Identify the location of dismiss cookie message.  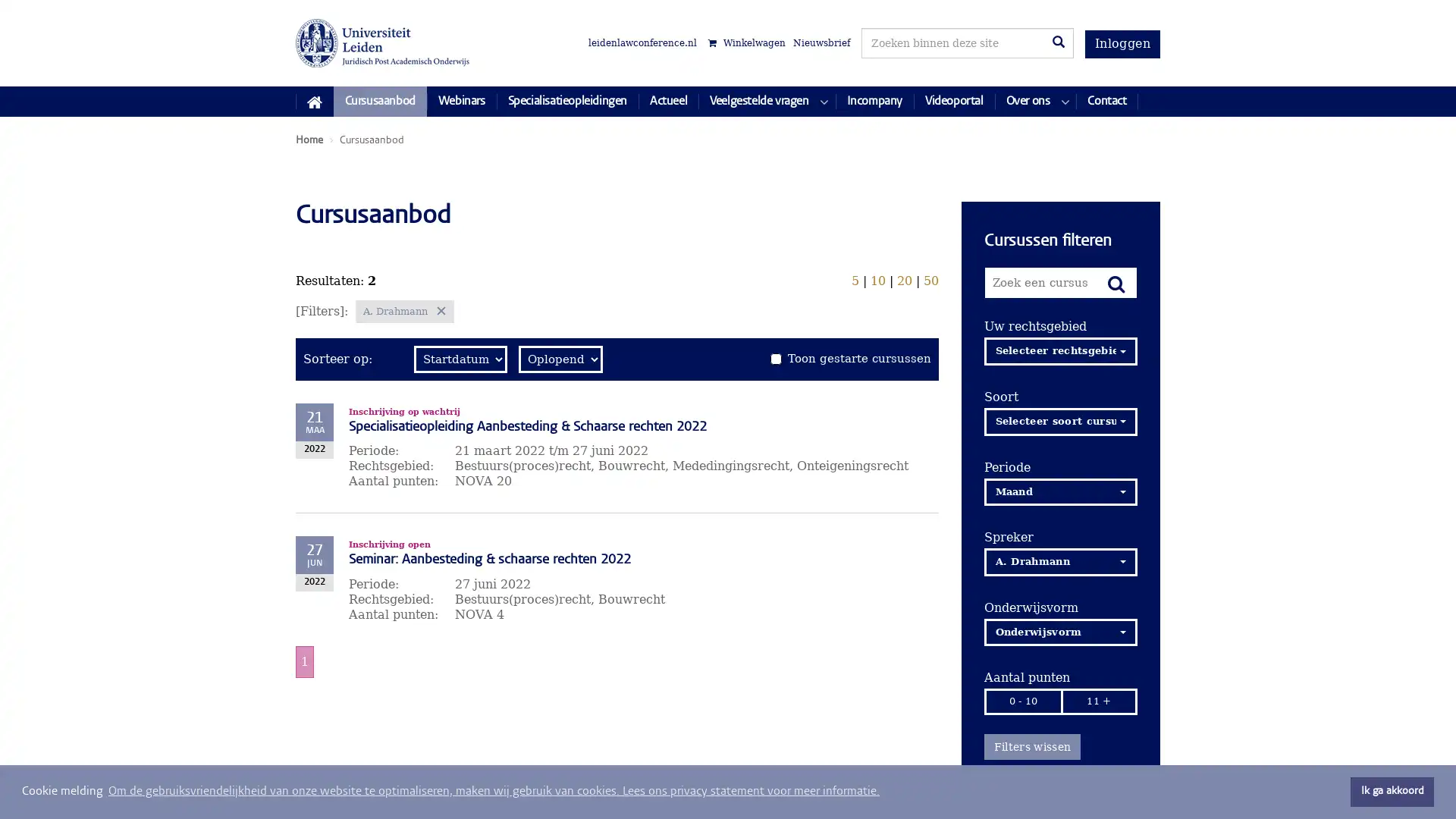
(1392, 791).